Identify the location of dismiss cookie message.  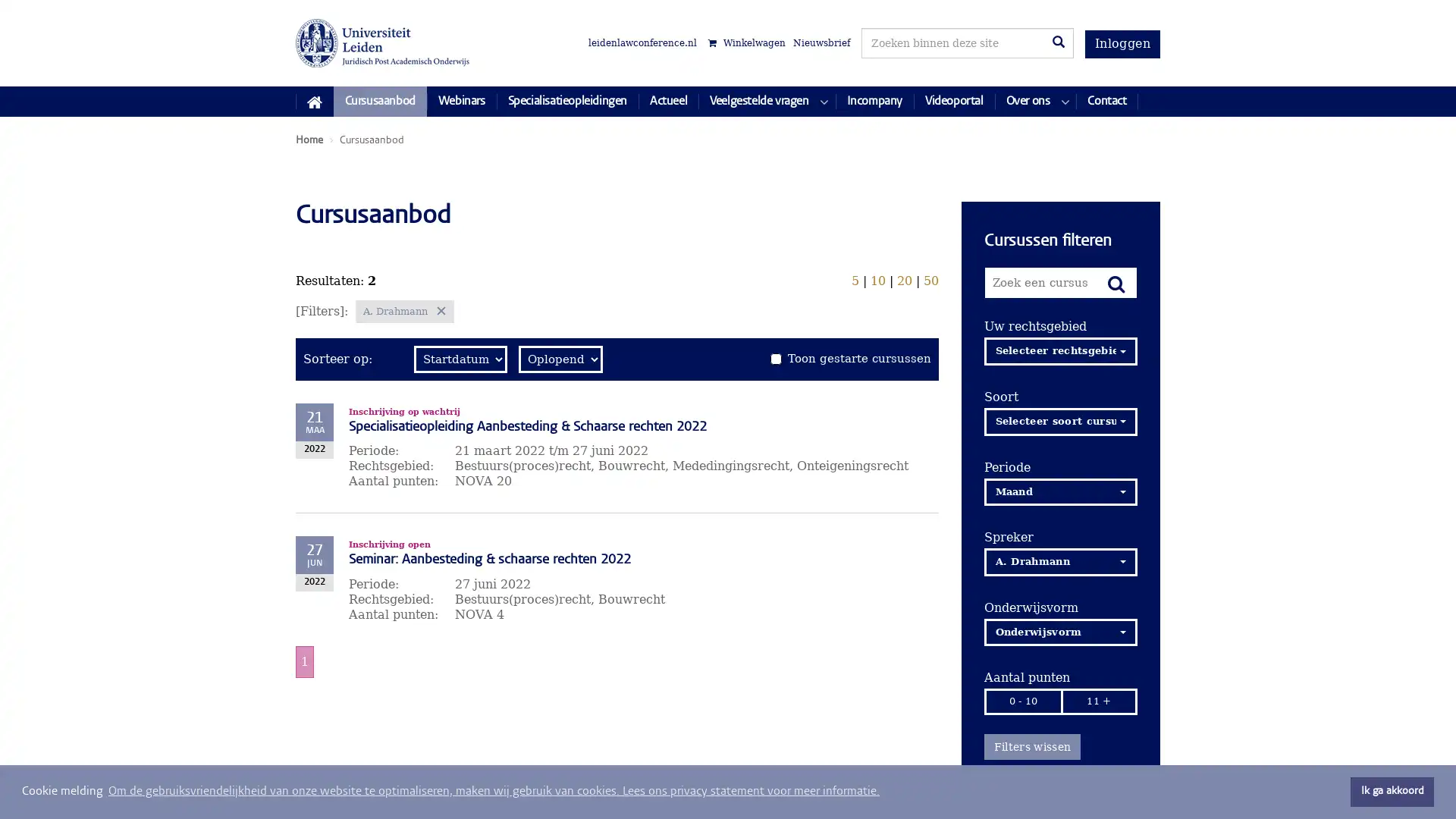
(1392, 791).